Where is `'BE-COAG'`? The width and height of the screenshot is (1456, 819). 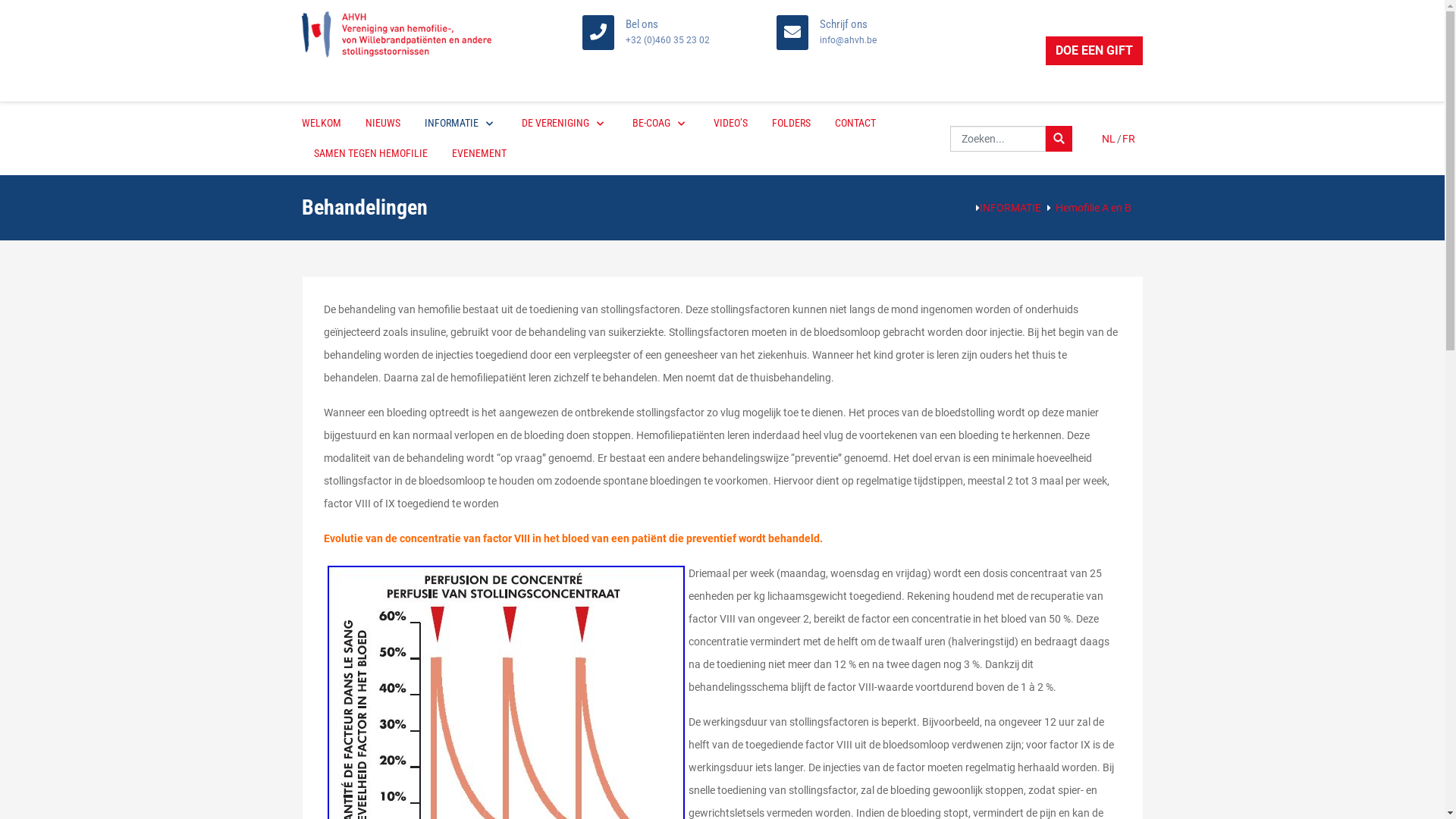 'BE-COAG' is located at coordinates (661, 122).